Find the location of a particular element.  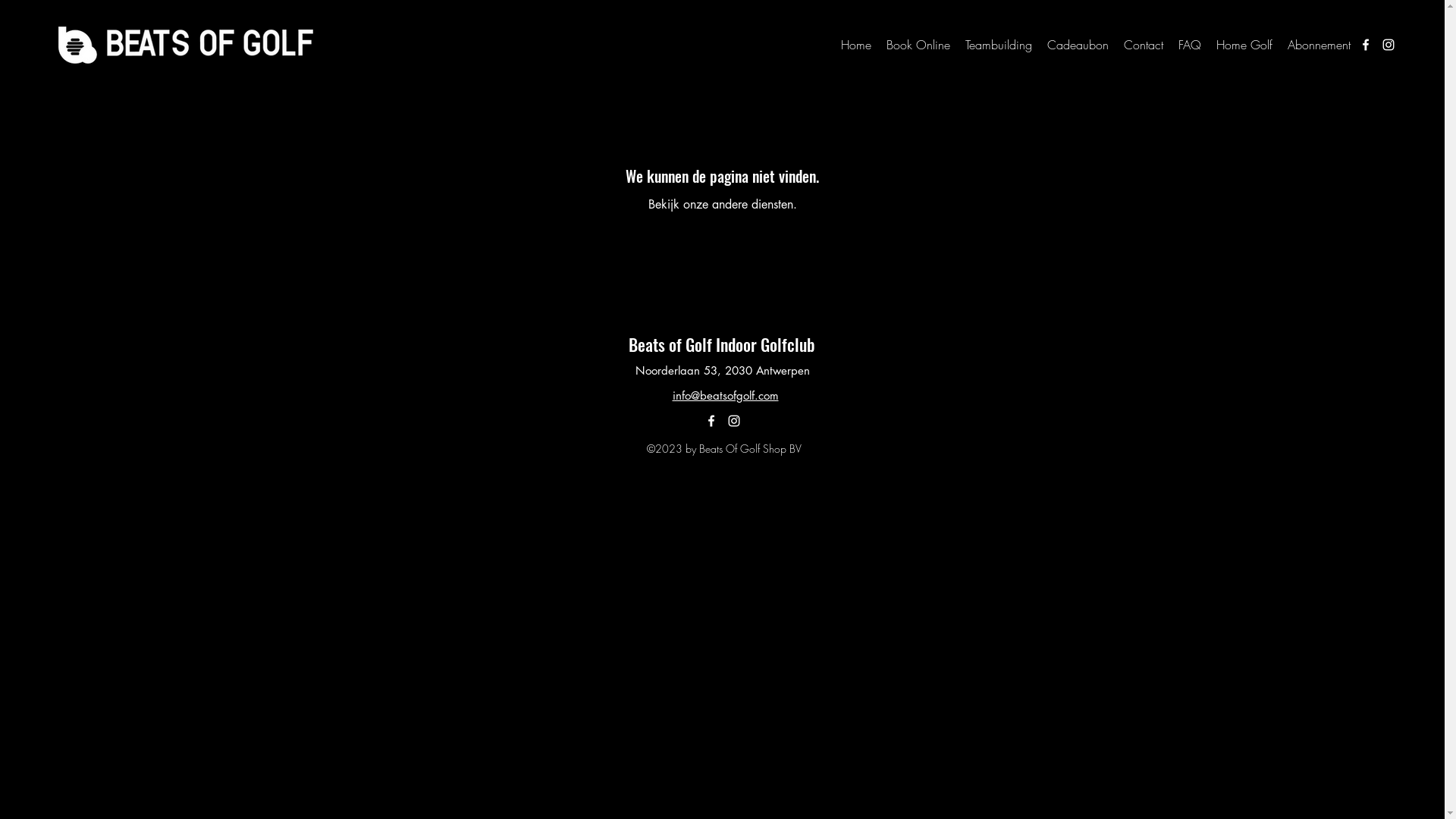

'Book Online' is located at coordinates (917, 43).